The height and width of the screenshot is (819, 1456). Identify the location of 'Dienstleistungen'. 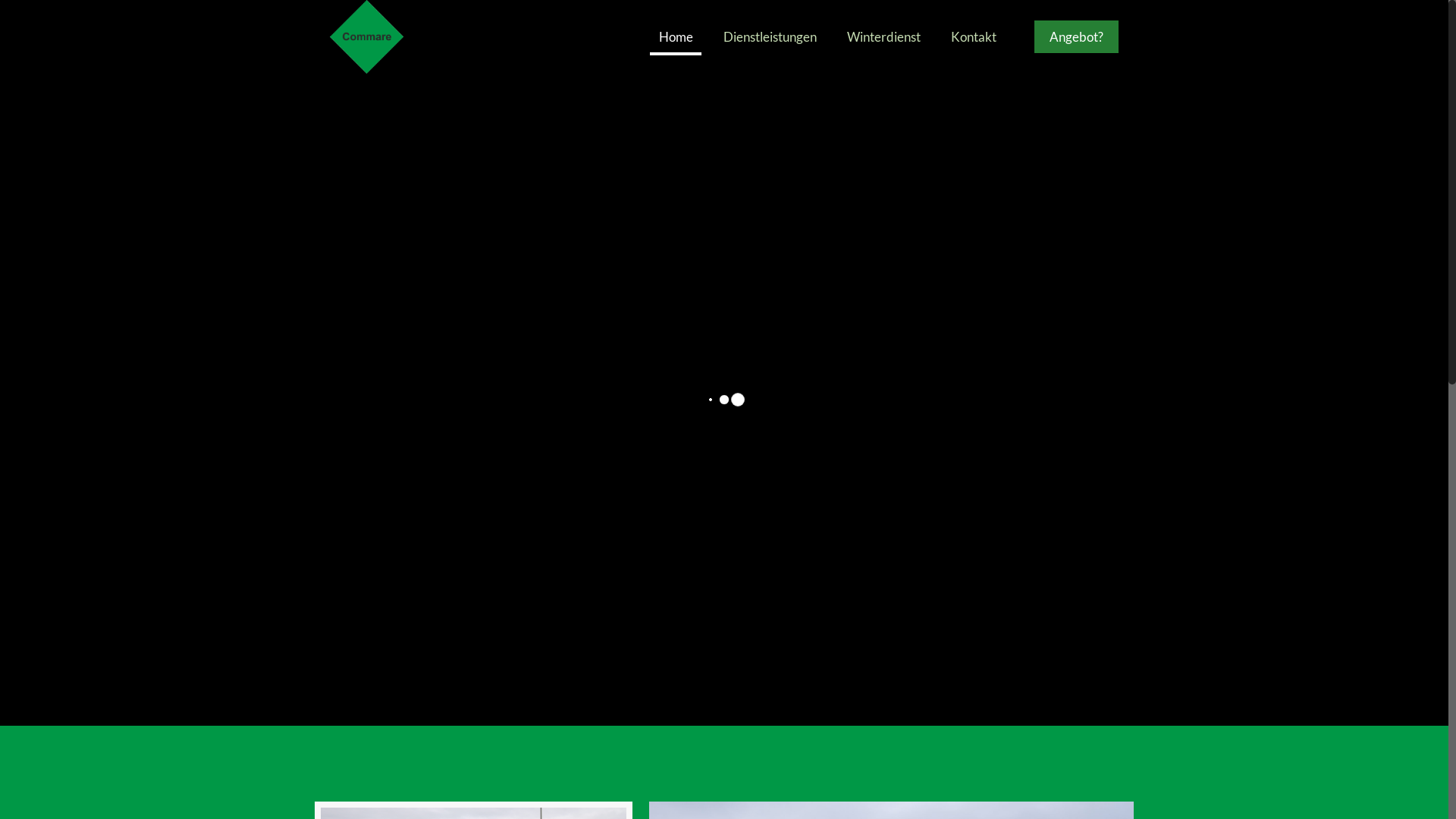
(770, 36).